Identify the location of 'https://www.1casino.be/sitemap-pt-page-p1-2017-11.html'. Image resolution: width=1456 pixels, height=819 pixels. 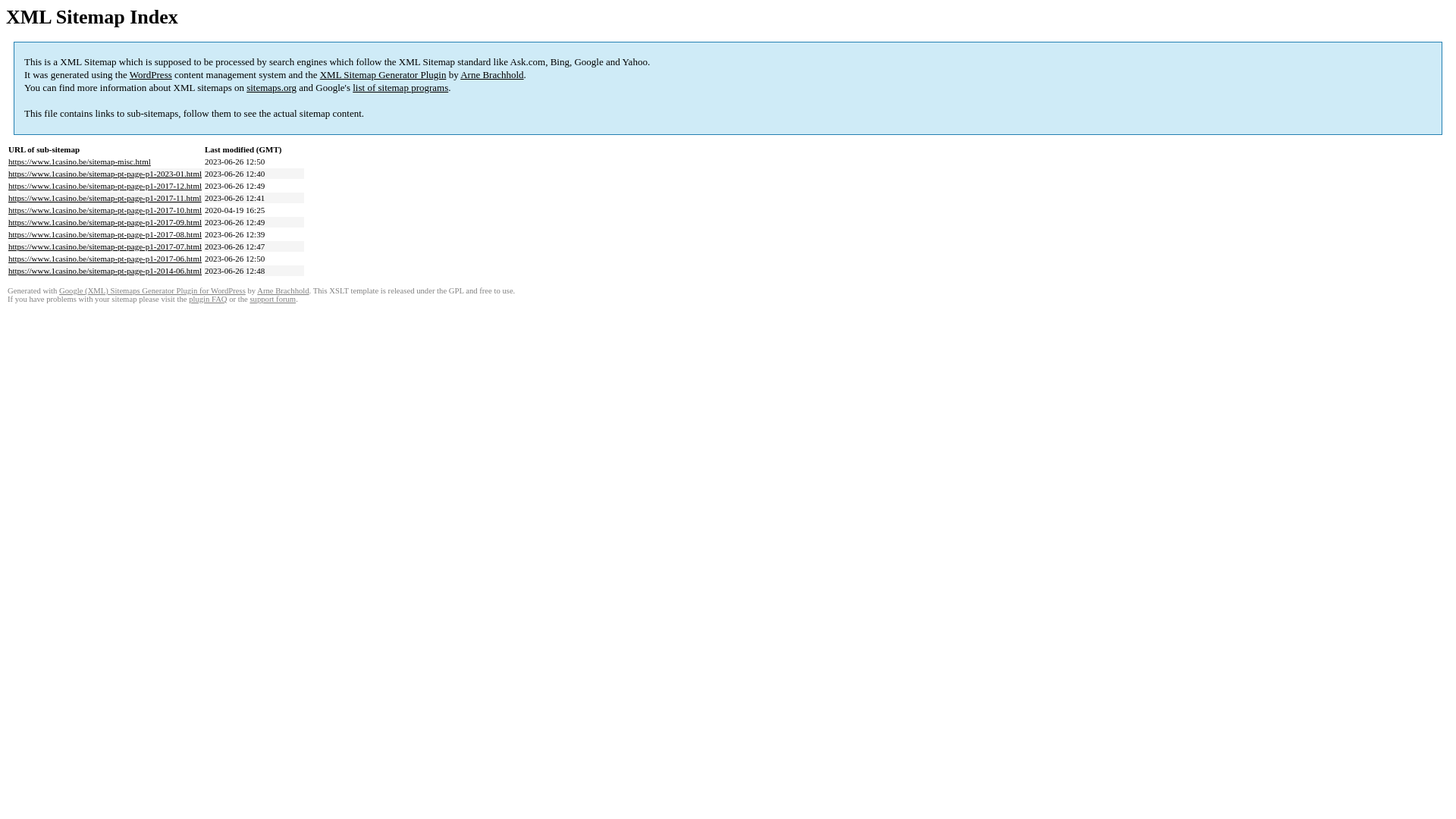
(104, 197).